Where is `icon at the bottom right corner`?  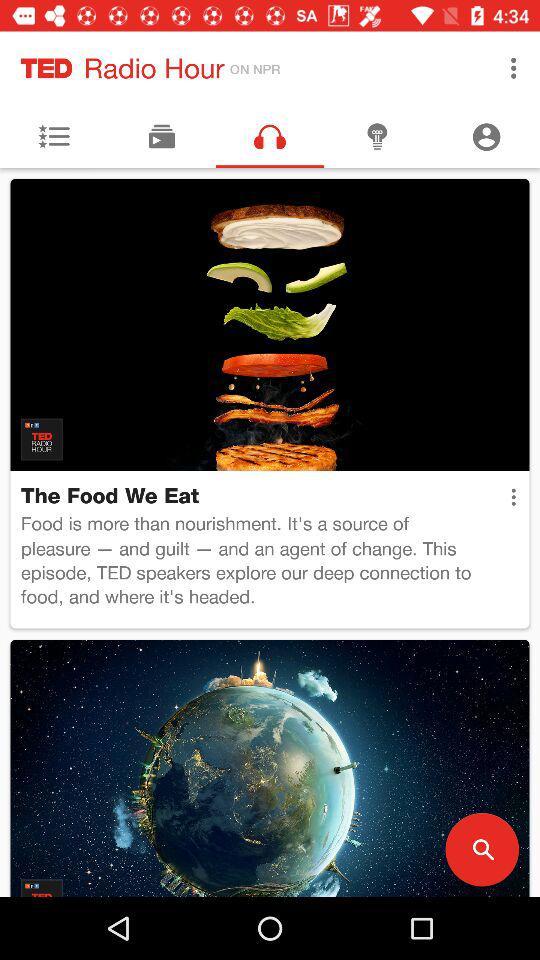
icon at the bottom right corner is located at coordinates (481, 848).